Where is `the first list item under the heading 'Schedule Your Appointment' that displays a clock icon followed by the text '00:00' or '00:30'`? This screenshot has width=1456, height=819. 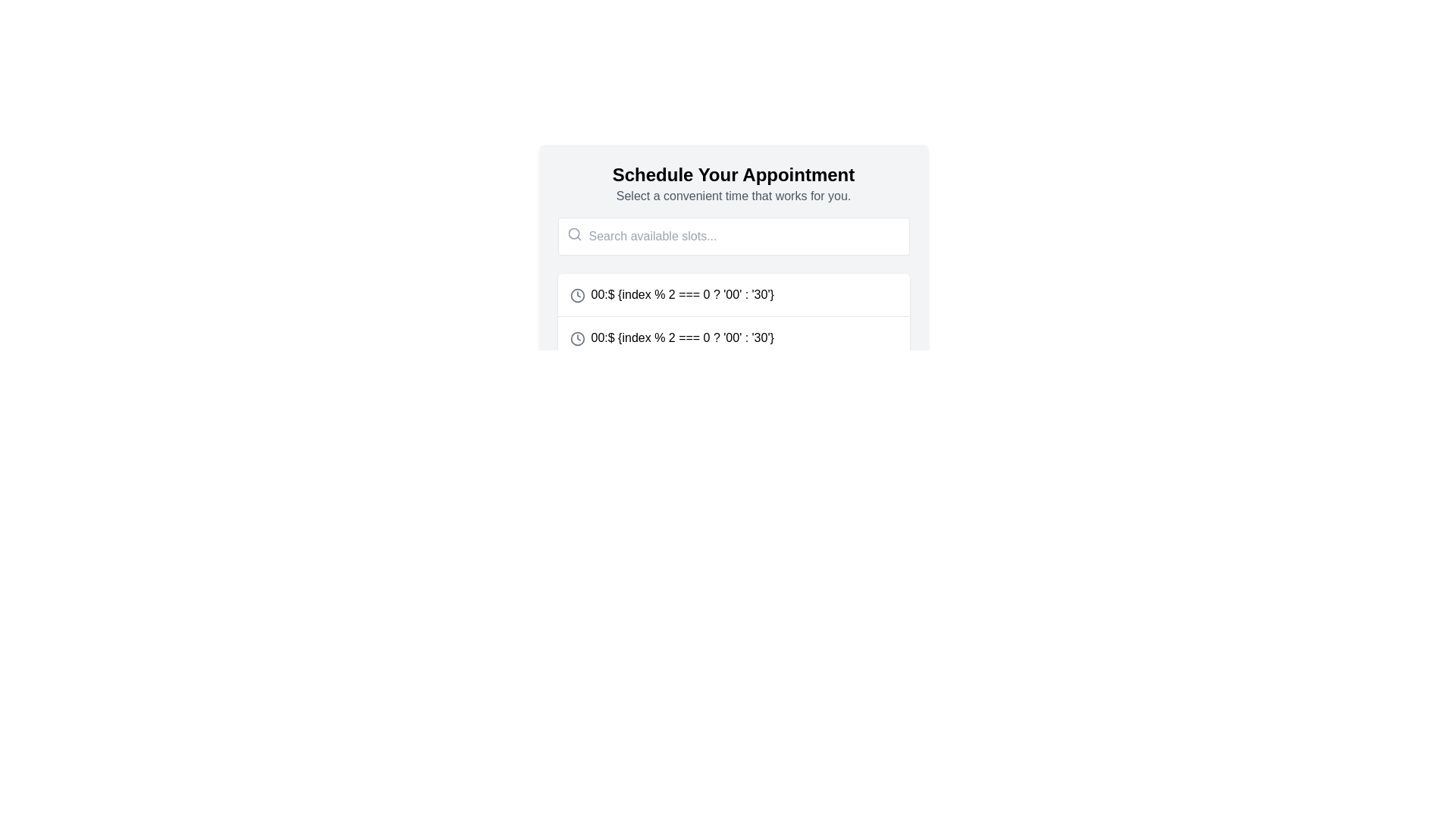 the first list item under the heading 'Schedule Your Appointment' that displays a clock icon followed by the text '00:00' or '00:30' is located at coordinates (671, 295).